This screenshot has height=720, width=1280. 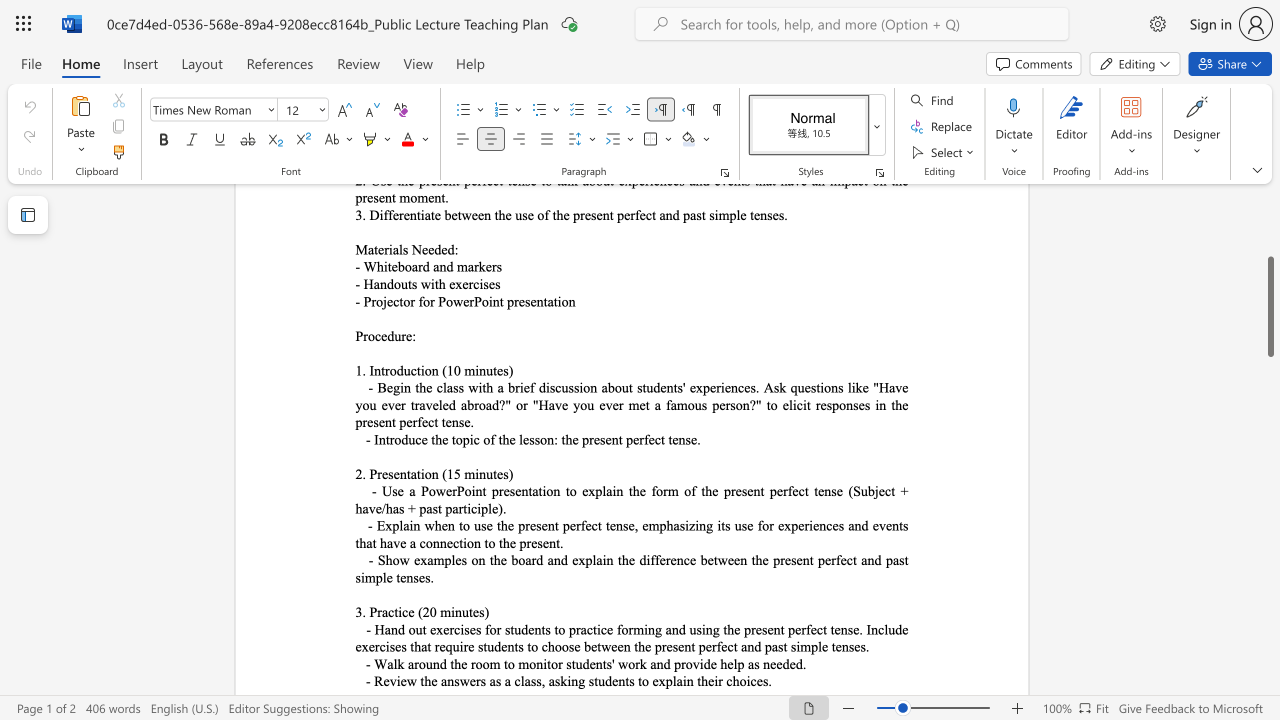 I want to click on the subset text "t perfect tense (Subject + have/has + past participle)" within the text "- Use a PowerPoint presentation to explain the form of the present perfect tense (Subject + have/has + past participle).", so click(x=759, y=491).